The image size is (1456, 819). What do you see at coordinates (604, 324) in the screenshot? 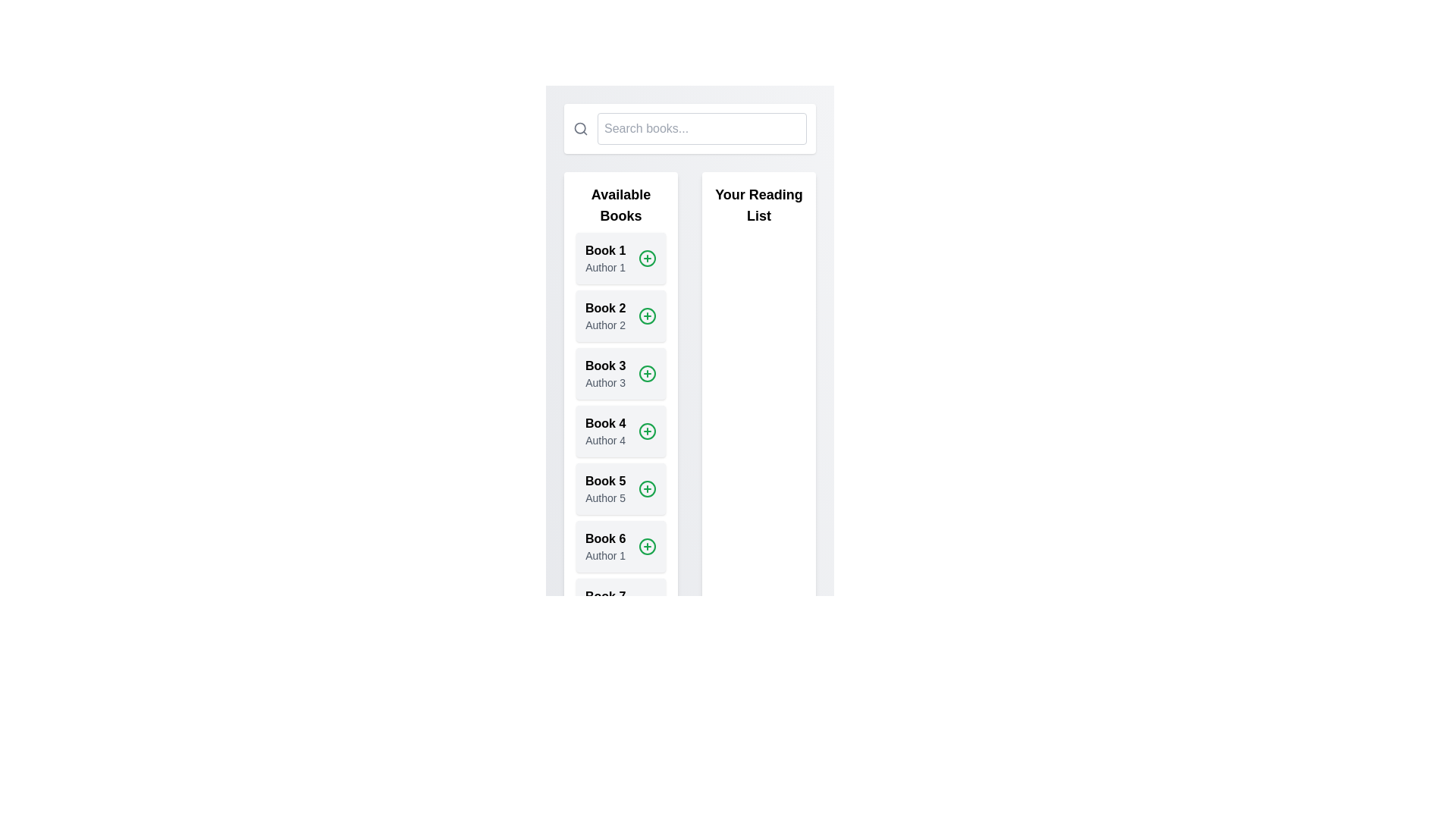
I see `the text label that displays 'Author 2', located below the title 'Book 2' in the 'Available Books' list` at bounding box center [604, 324].